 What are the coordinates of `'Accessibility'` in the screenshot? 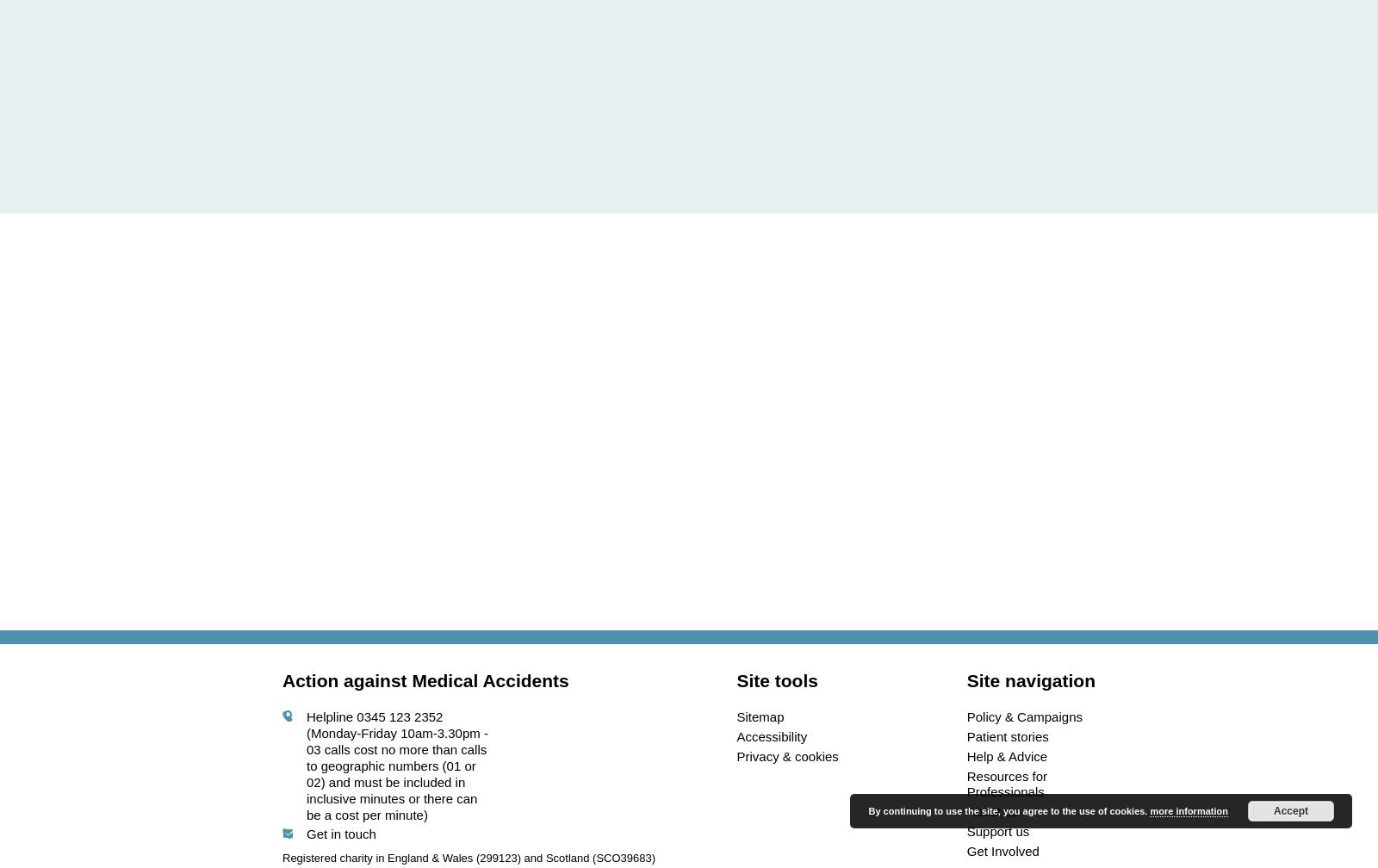 It's located at (771, 735).